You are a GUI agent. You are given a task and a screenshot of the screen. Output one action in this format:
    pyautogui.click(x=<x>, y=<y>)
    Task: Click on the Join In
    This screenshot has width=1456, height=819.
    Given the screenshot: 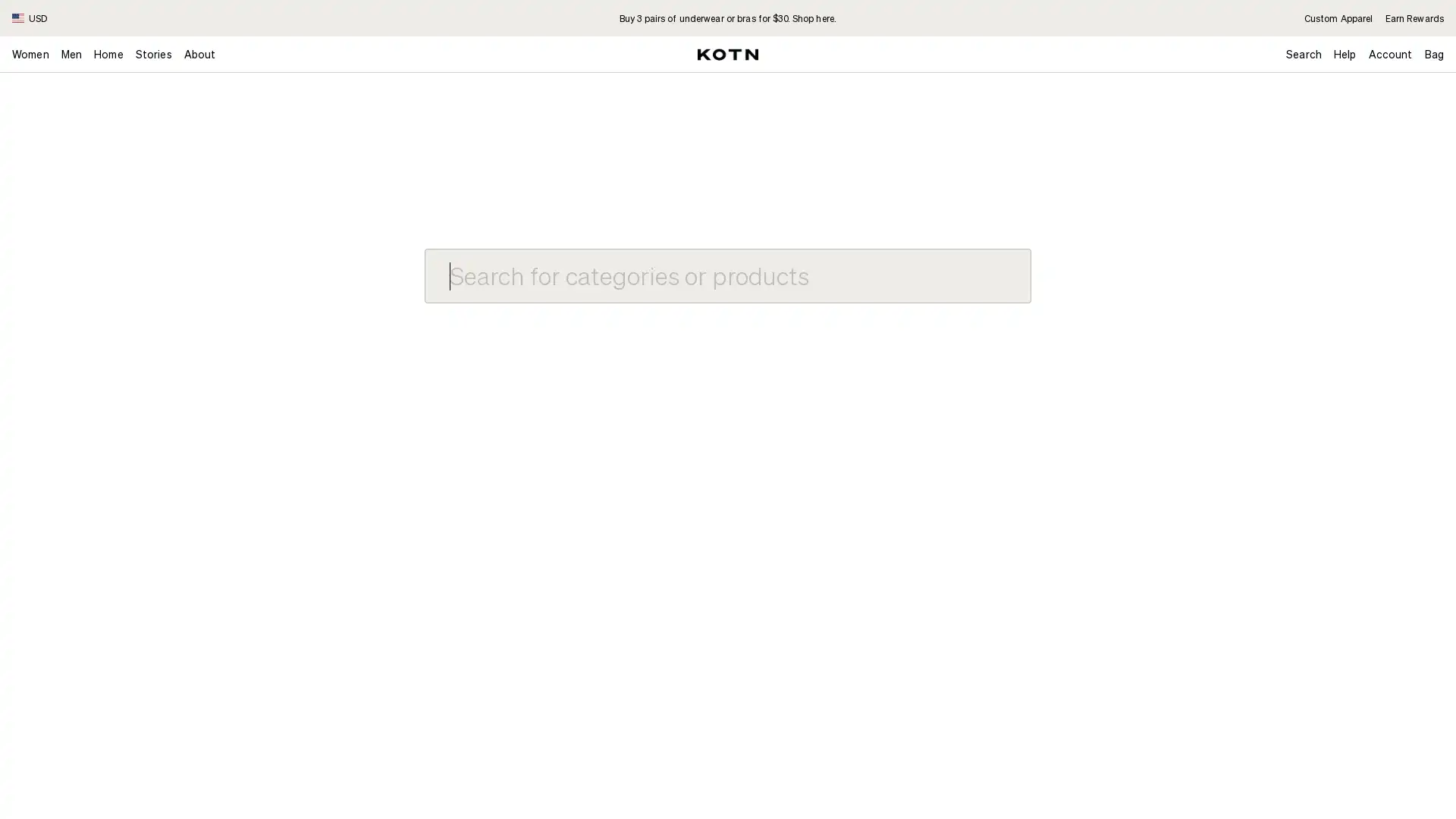 What is the action you would take?
    pyautogui.click(x=1392, y=183)
    